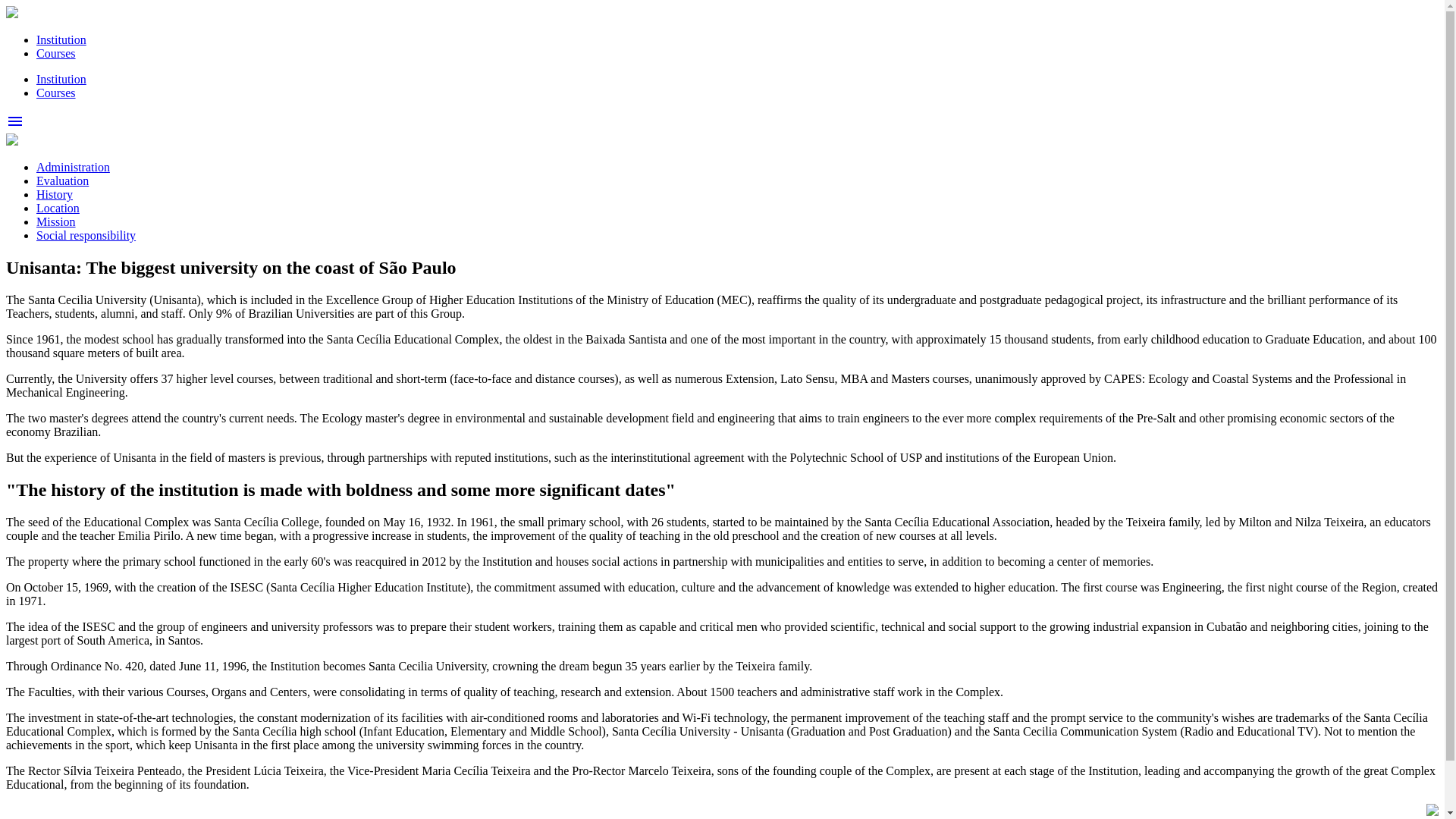 The width and height of the screenshot is (1456, 819). What do you see at coordinates (58, 208) in the screenshot?
I see `'Location'` at bounding box center [58, 208].